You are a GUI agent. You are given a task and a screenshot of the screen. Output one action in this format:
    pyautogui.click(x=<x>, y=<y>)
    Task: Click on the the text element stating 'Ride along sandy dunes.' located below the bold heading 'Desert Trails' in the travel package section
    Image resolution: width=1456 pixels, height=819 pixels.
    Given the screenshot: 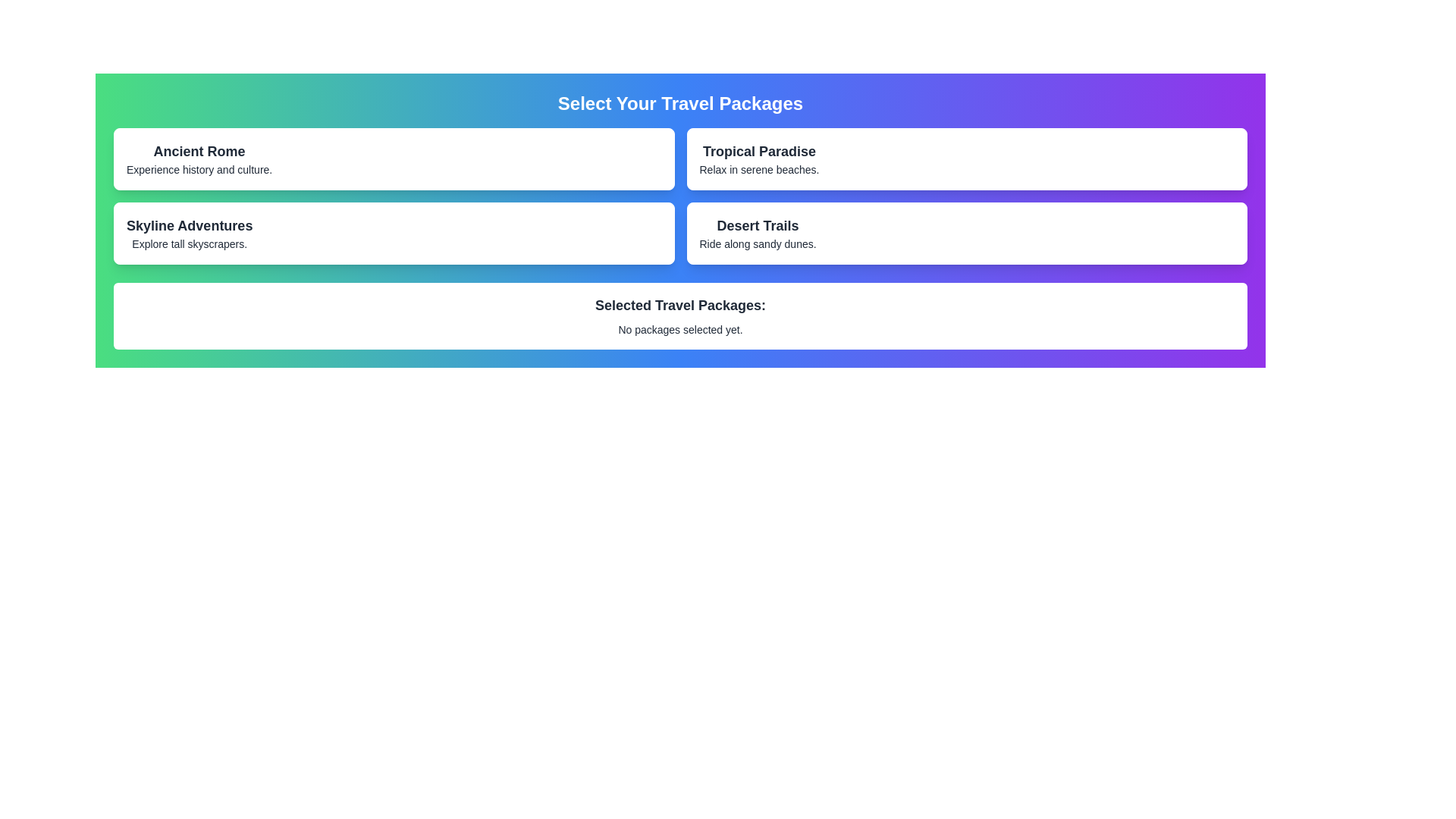 What is the action you would take?
    pyautogui.click(x=758, y=243)
    